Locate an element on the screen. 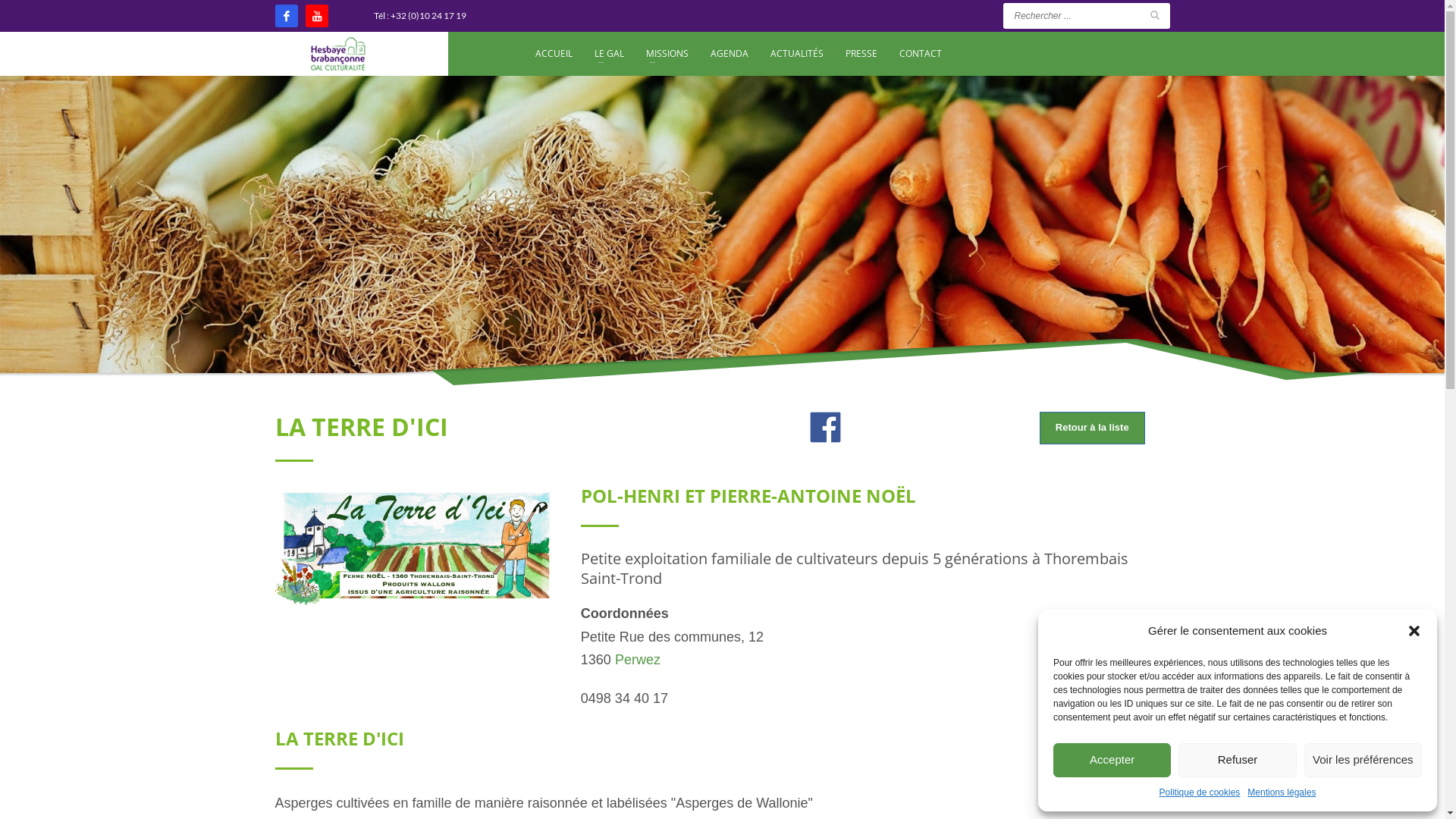 This screenshot has height=819, width=1456. 'Perwez' is located at coordinates (637, 659).